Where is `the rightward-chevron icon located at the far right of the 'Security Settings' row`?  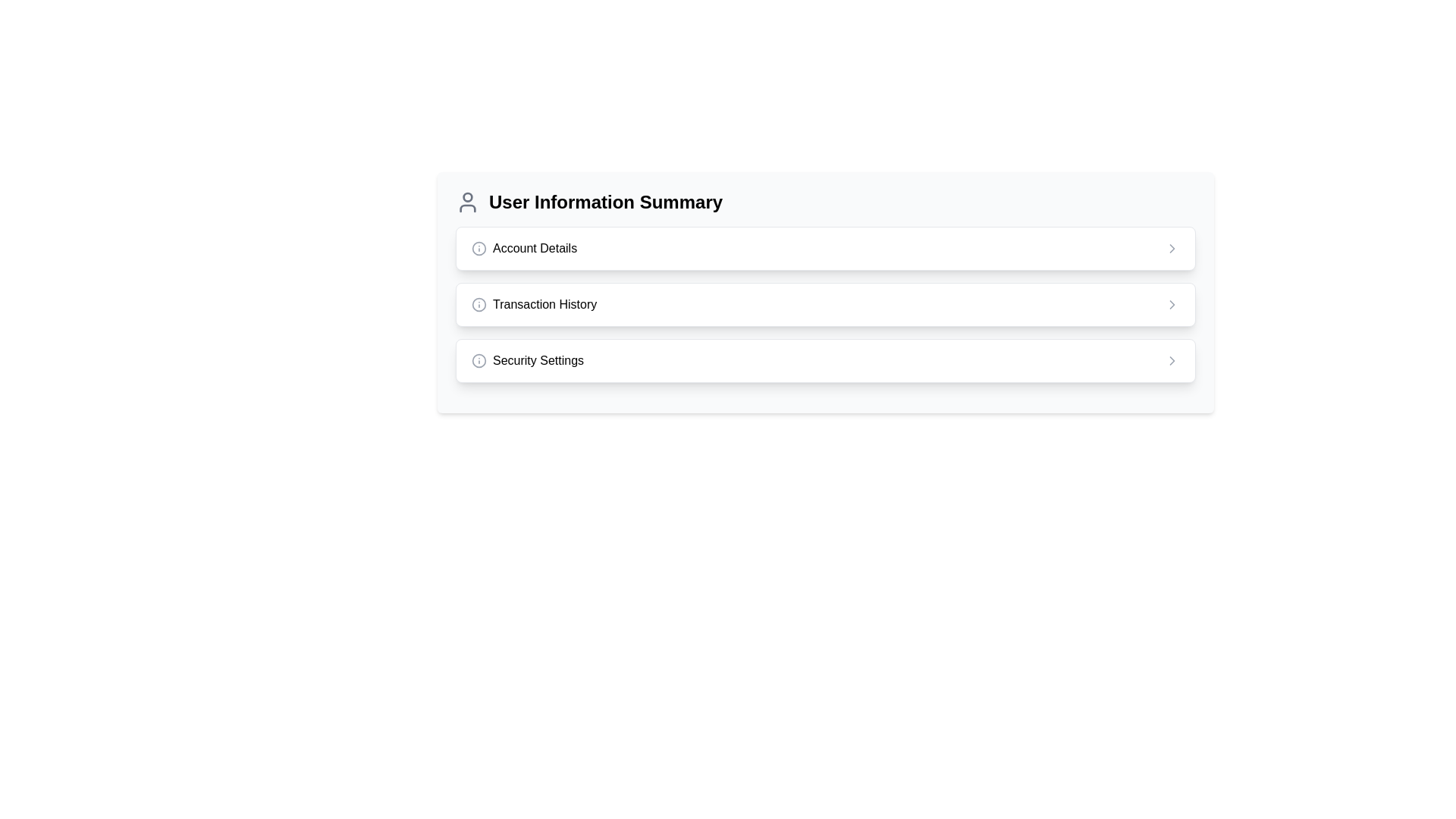
the rightward-chevron icon located at the far right of the 'Security Settings' row is located at coordinates (1171, 360).